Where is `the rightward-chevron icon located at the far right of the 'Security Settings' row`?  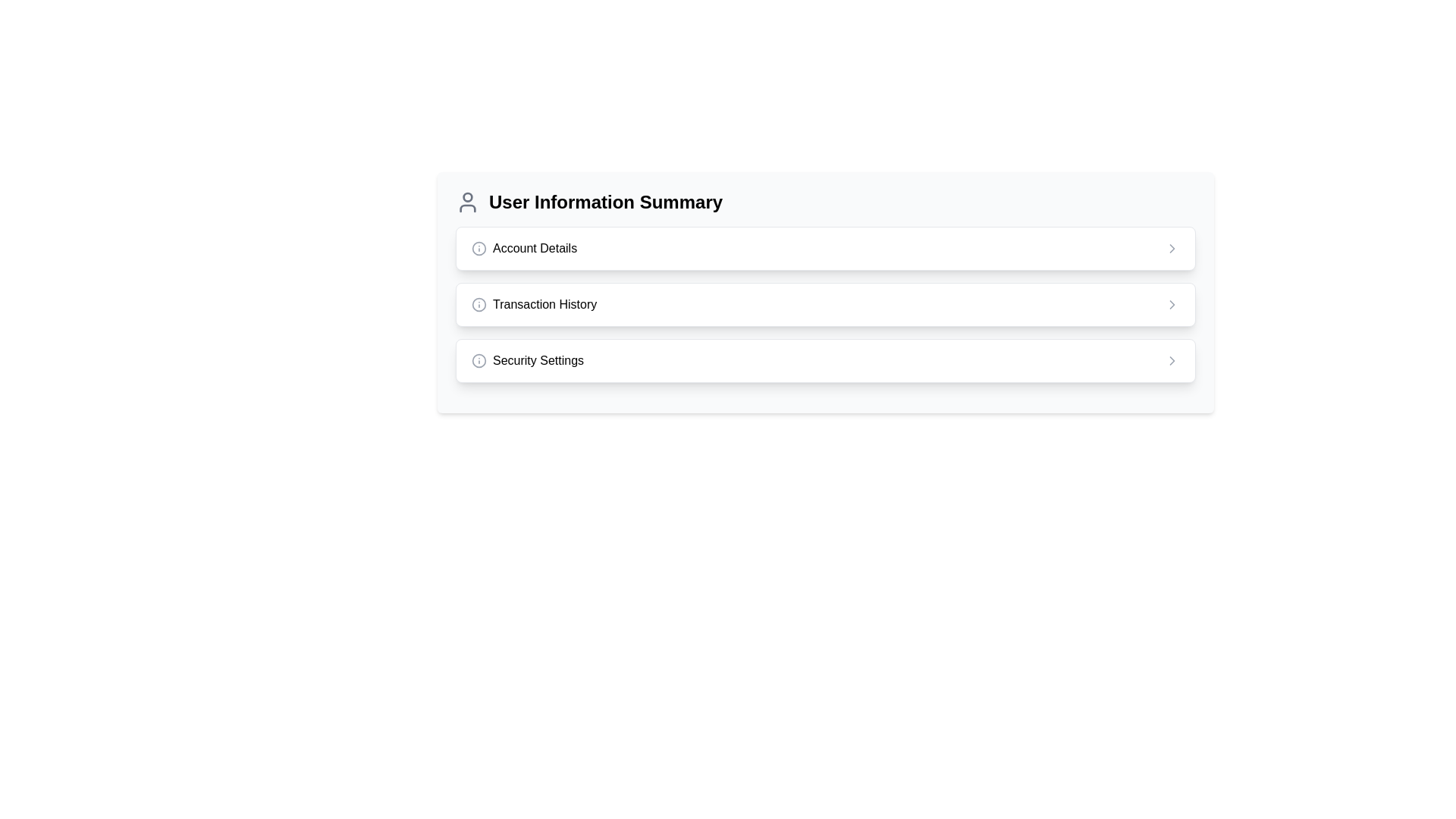
the rightward-chevron icon located at the far right of the 'Security Settings' row is located at coordinates (1171, 360).